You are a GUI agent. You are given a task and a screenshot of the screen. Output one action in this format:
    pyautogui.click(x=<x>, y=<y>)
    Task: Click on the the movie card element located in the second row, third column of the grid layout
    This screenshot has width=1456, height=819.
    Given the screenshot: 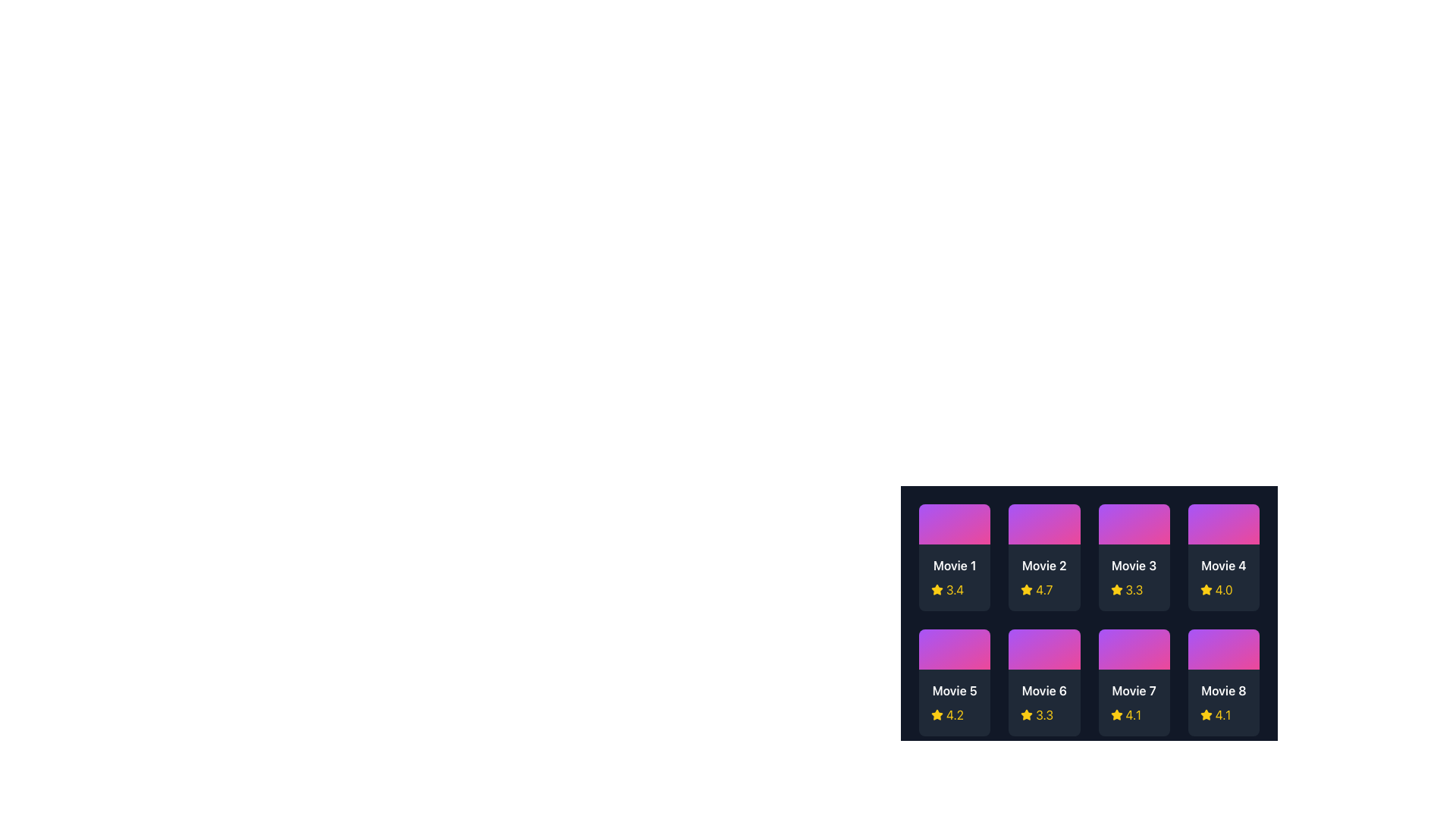 What is the action you would take?
    pyautogui.click(x=1134, y=682)
    